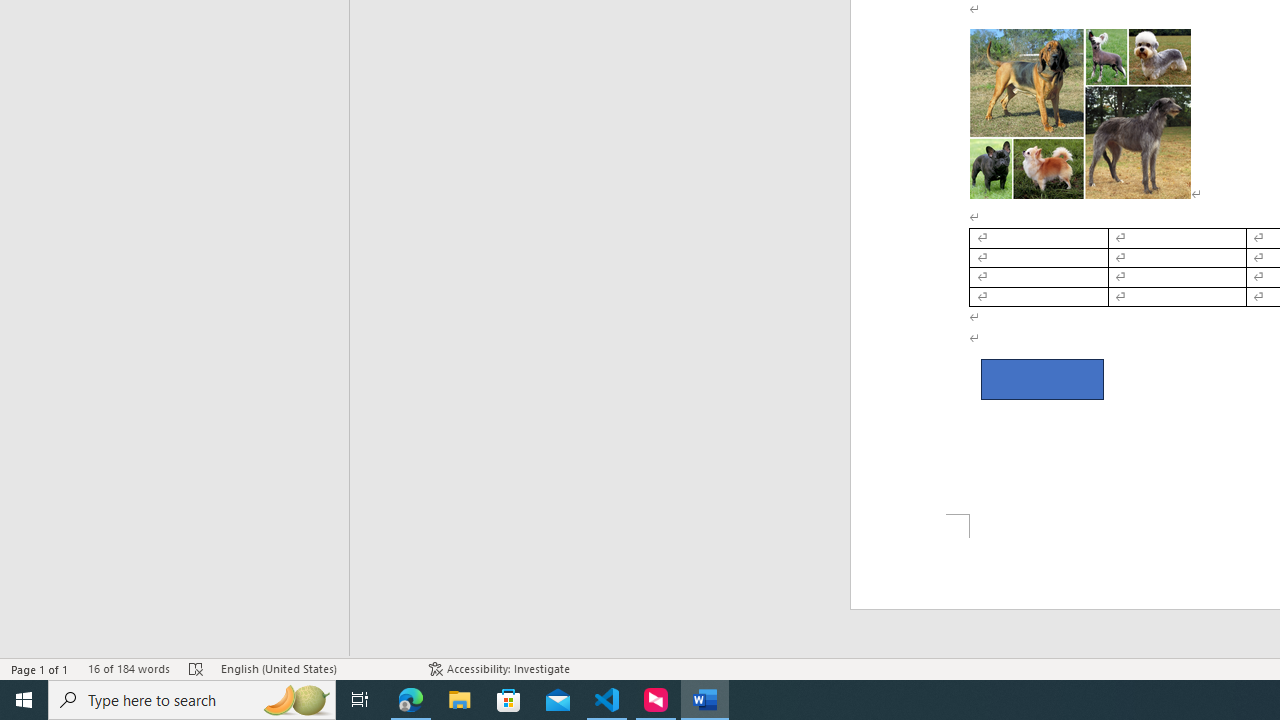 The width and height of the screenshot is (1280, 720). What do you see at coordinates (1079, 113) in the screenshot?
I see `'Morphological variation in six dogs'` at bounding box center [1079, 113].